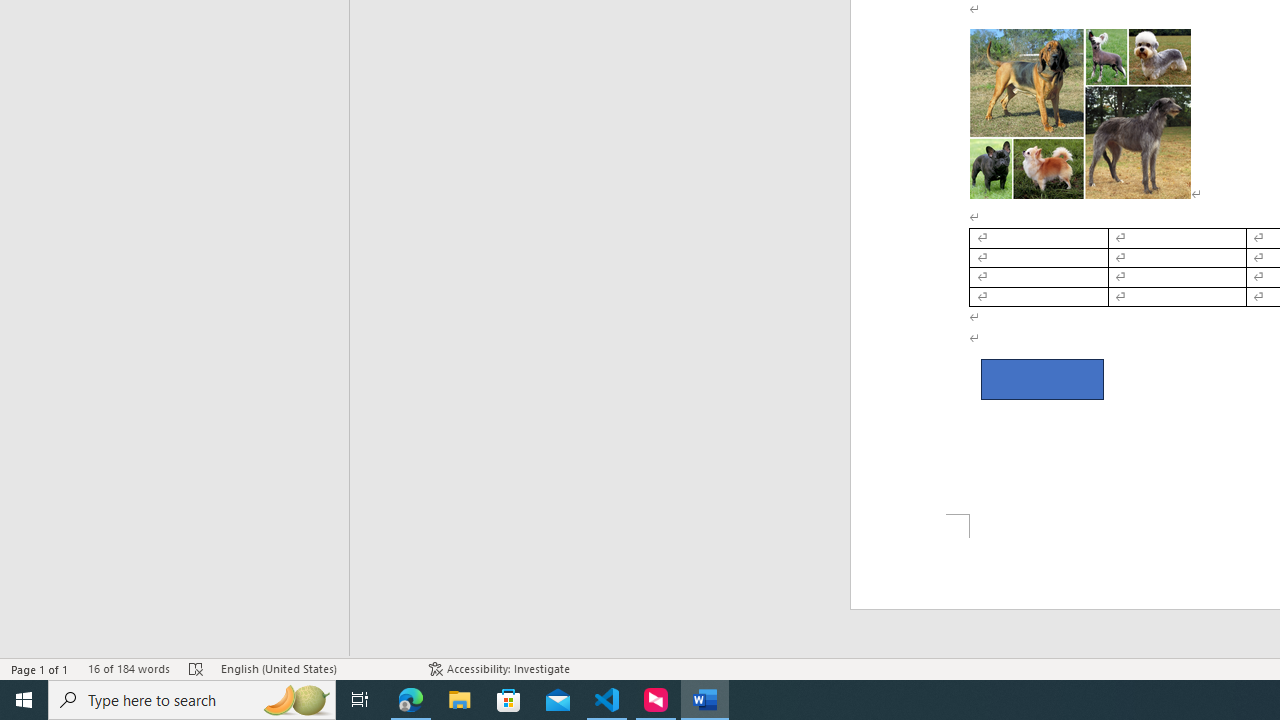 The width and height of the screenshot is (1280, 720). What do you see at coordinates (1079, 113) in the screenshot?
I see `'Morphological variation in six dogs'` at bounding box center [1079, 113].